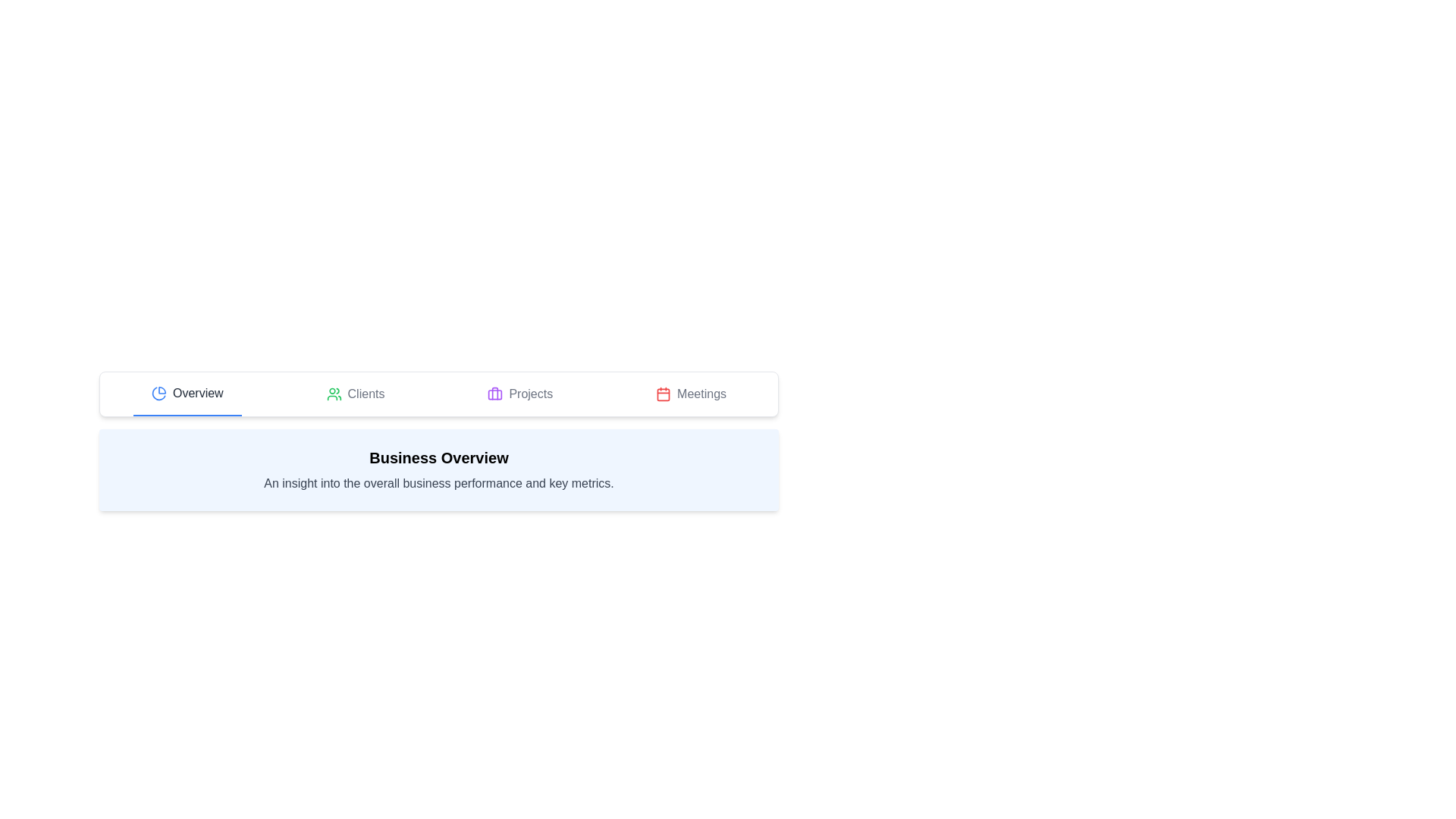 Image resolution: width=1456 pixels, height=819 pixels. I want to click on the 'Clients' text in the menu bar, so click(366, 394).